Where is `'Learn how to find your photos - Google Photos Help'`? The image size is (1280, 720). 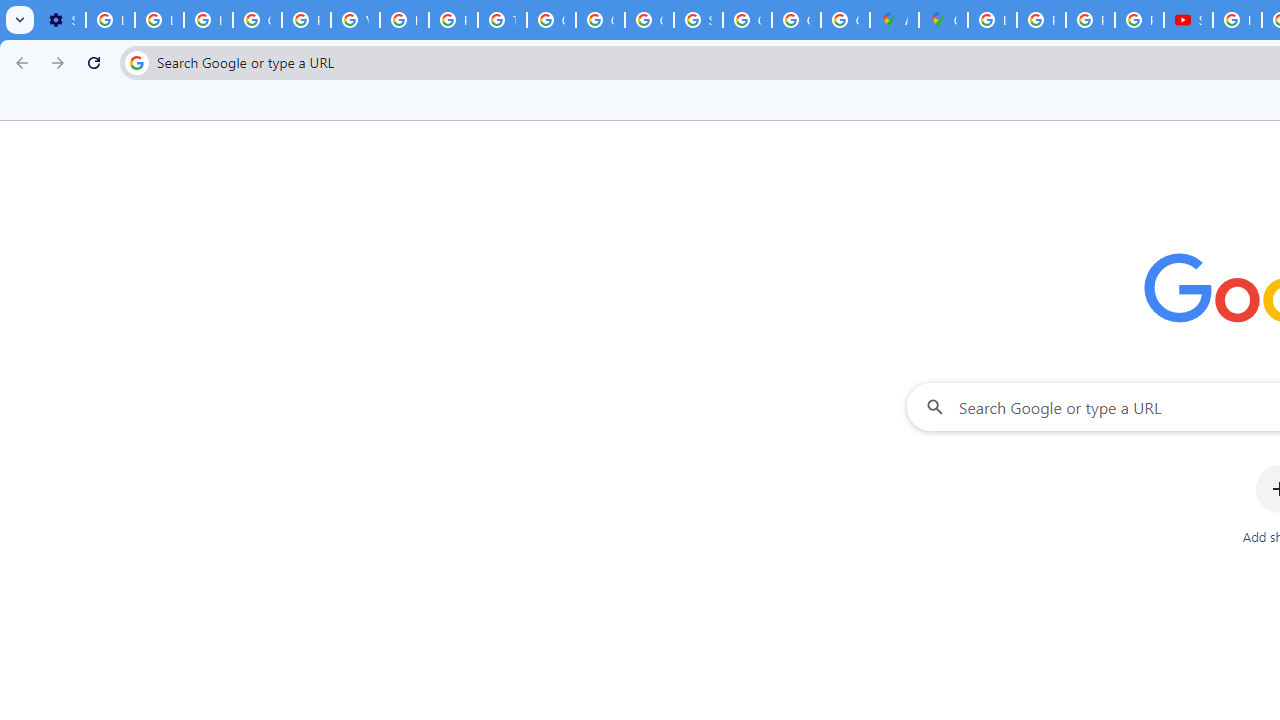
'Learn how to find your photos - Google Photos Help' is located at coordinates (158, 20).